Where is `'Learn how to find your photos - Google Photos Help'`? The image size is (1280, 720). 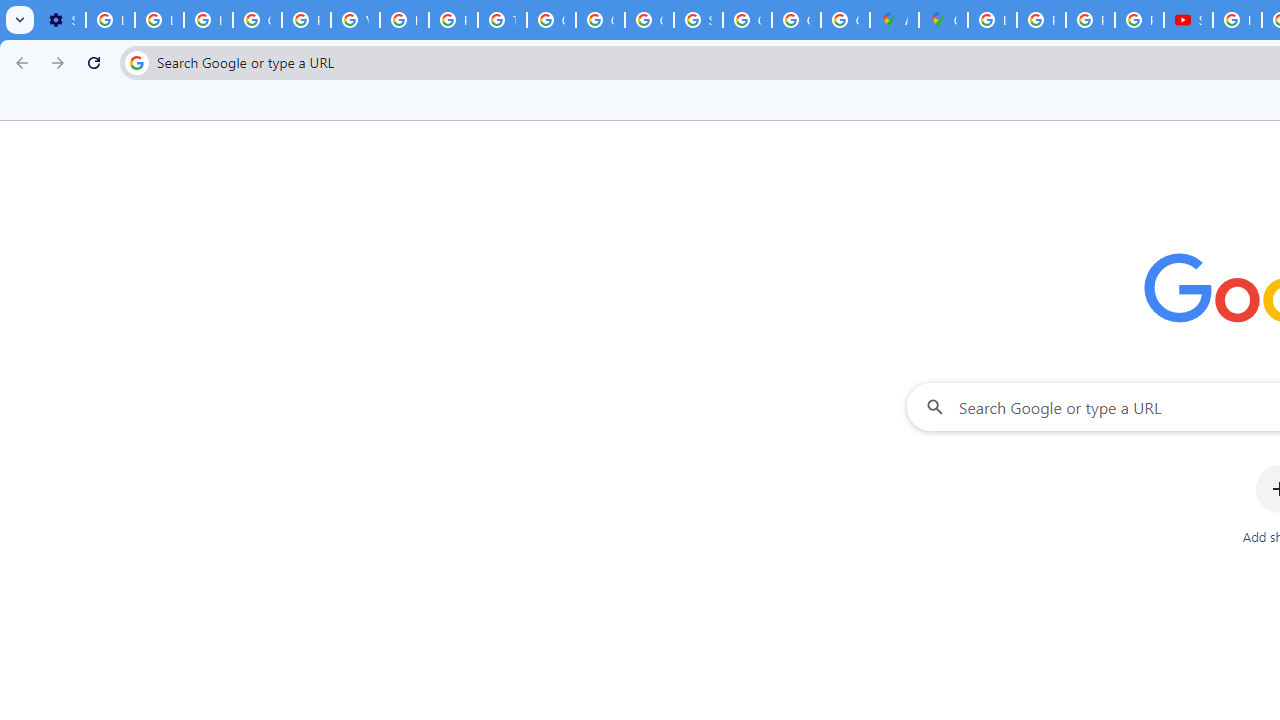
'Learn how to find your photos - Google Photos Help' is located at coordinates (158, 20).